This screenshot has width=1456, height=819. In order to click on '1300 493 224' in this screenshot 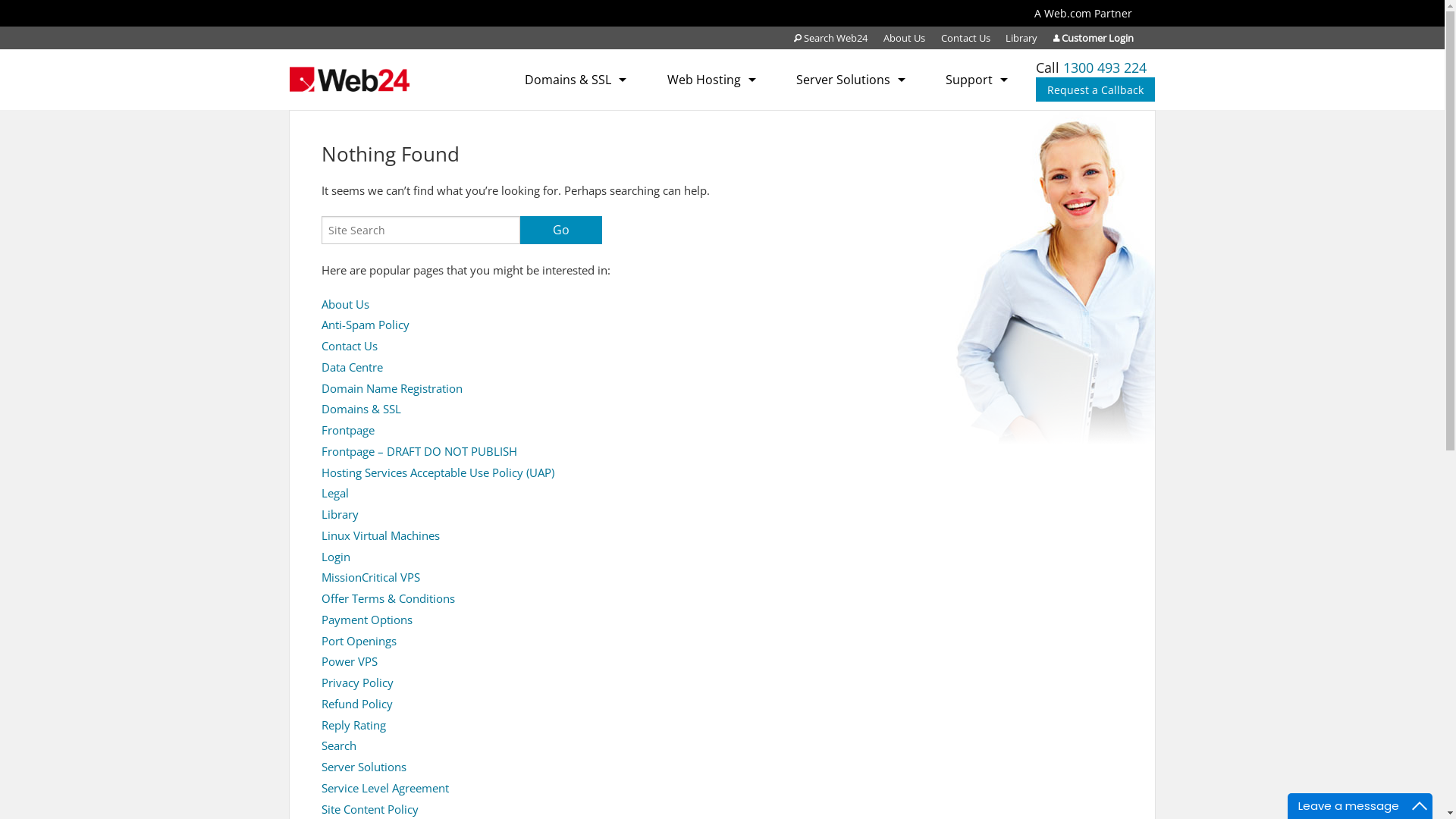, I will do `click(1105, 66)`.